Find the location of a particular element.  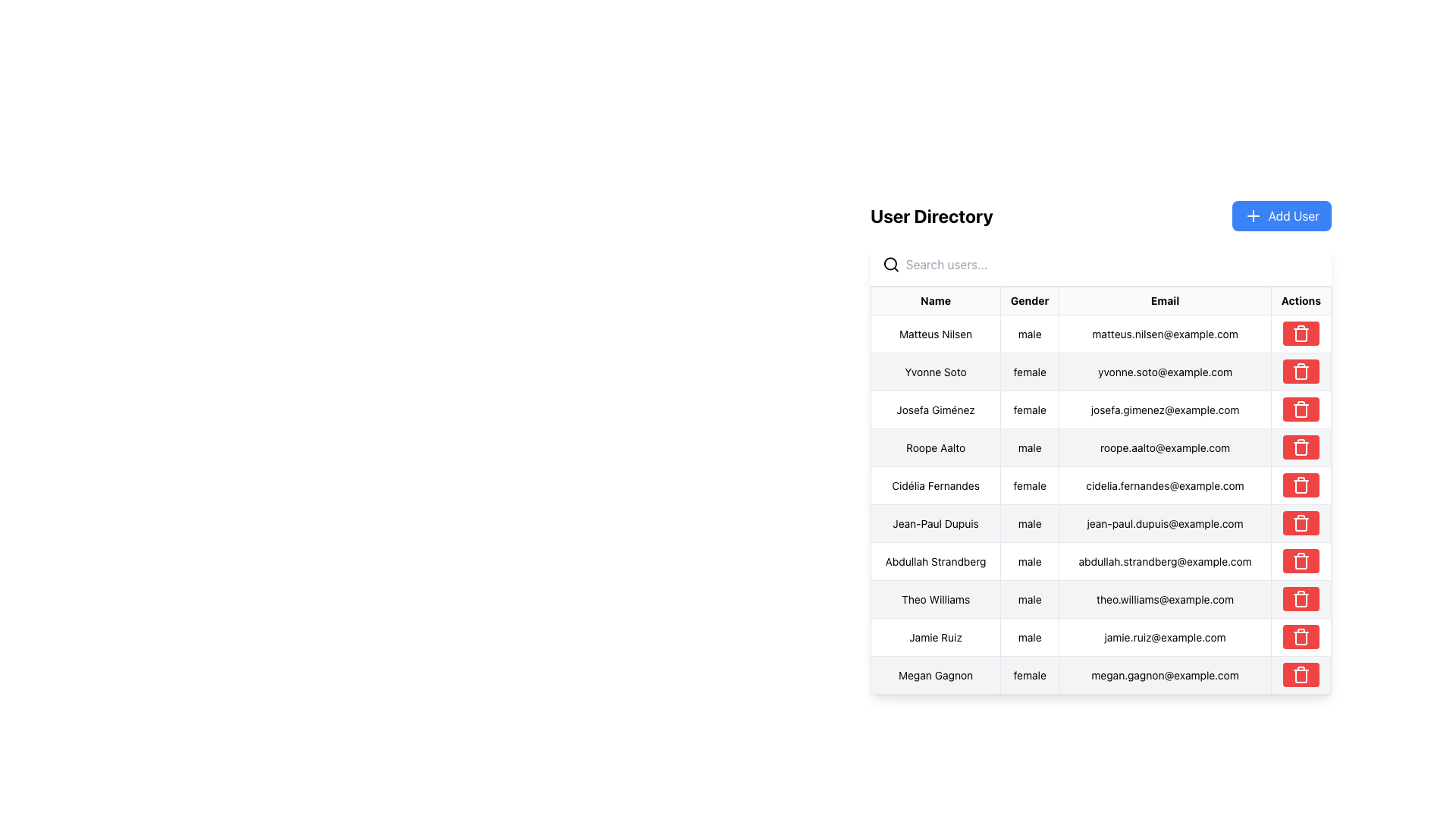

the 'Gender' table header, which is the second column header in a row of four headers, displayed in bold black font within a light gray bordered cell is located at coordinates (1030, 301).